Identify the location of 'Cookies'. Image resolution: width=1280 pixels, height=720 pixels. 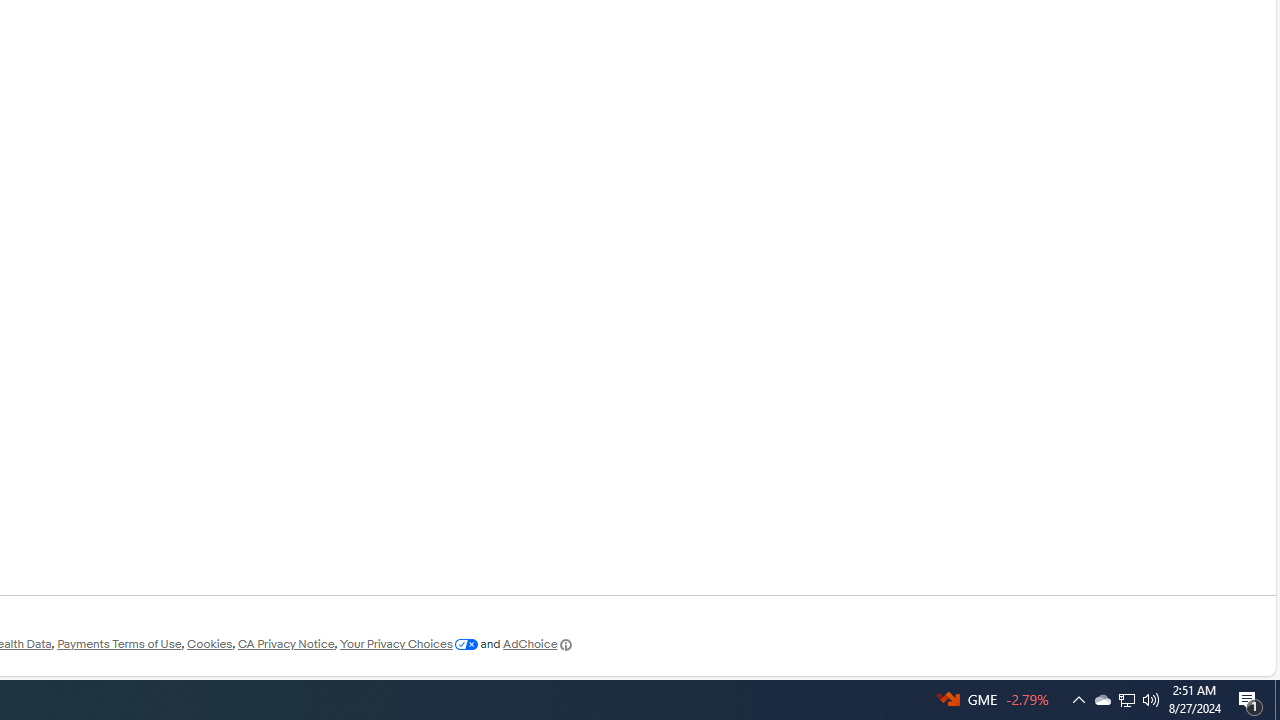
(209, 644).